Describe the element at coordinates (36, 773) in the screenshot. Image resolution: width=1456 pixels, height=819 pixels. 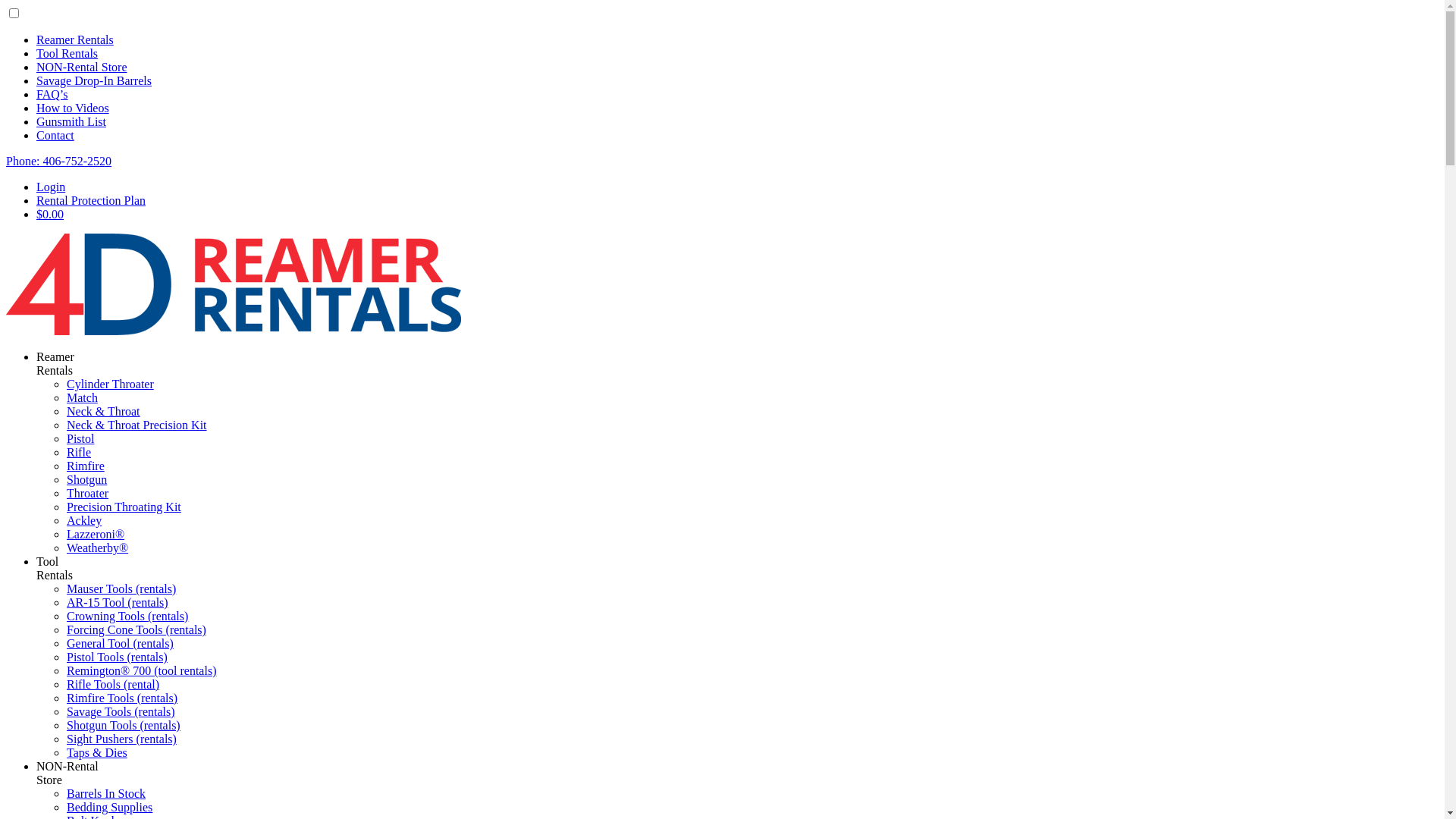
I see `'NON-Rental` at that location.